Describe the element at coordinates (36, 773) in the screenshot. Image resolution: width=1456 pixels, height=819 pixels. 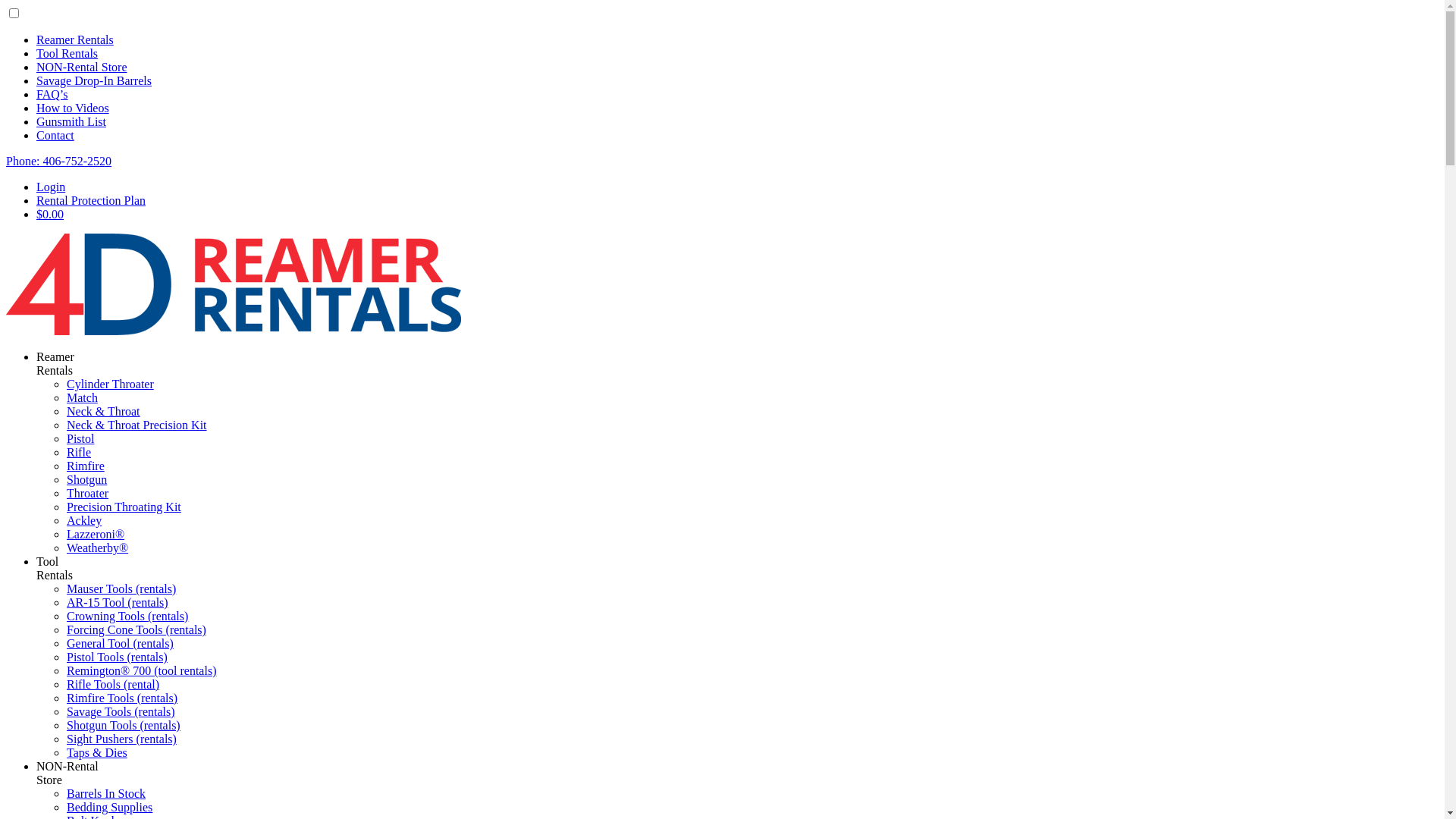
I see `'NON-Rental` at that location.